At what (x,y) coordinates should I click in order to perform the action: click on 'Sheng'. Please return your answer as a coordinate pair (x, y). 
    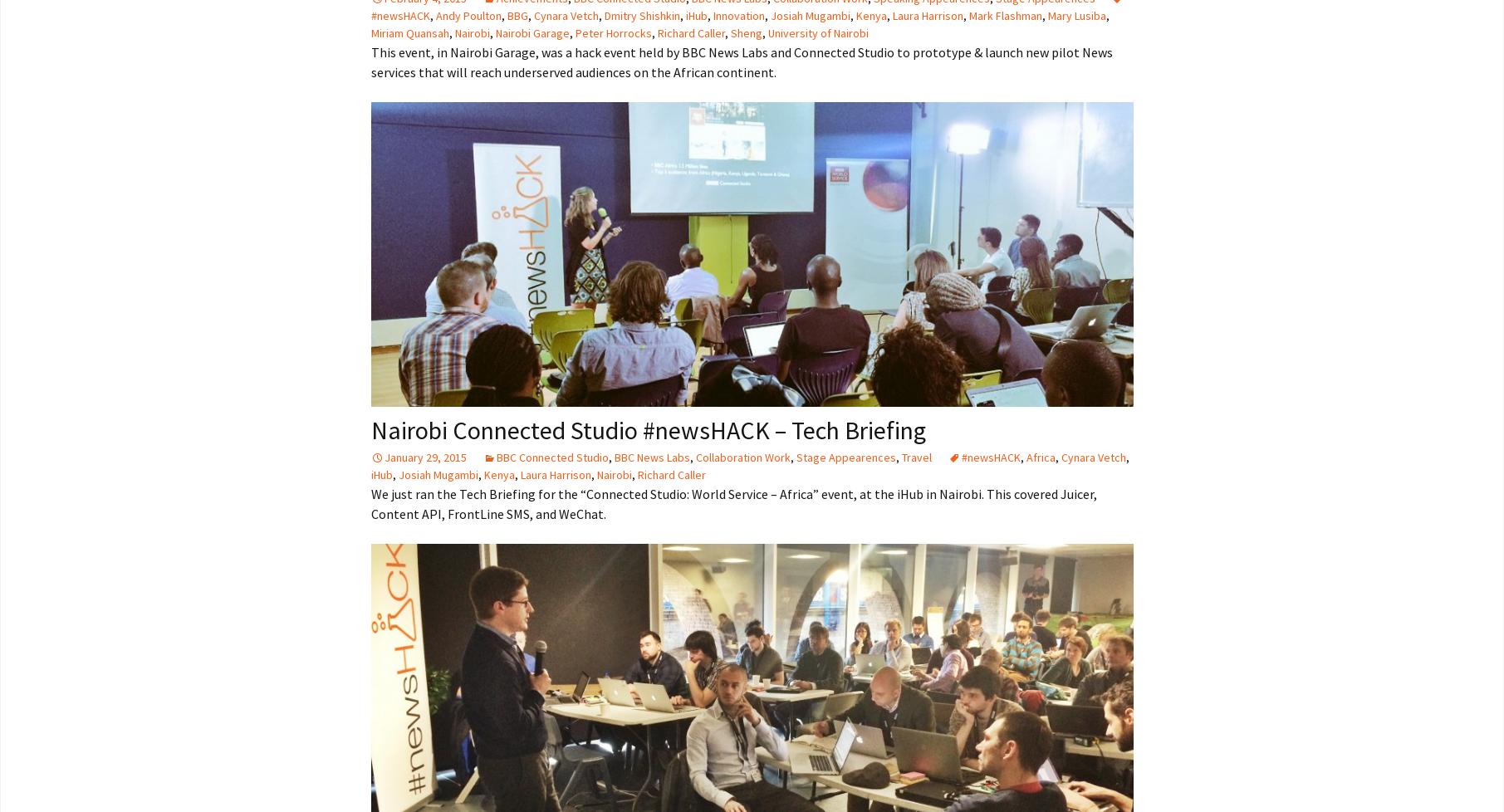
    Looking at the image, I should click on (746, 32).